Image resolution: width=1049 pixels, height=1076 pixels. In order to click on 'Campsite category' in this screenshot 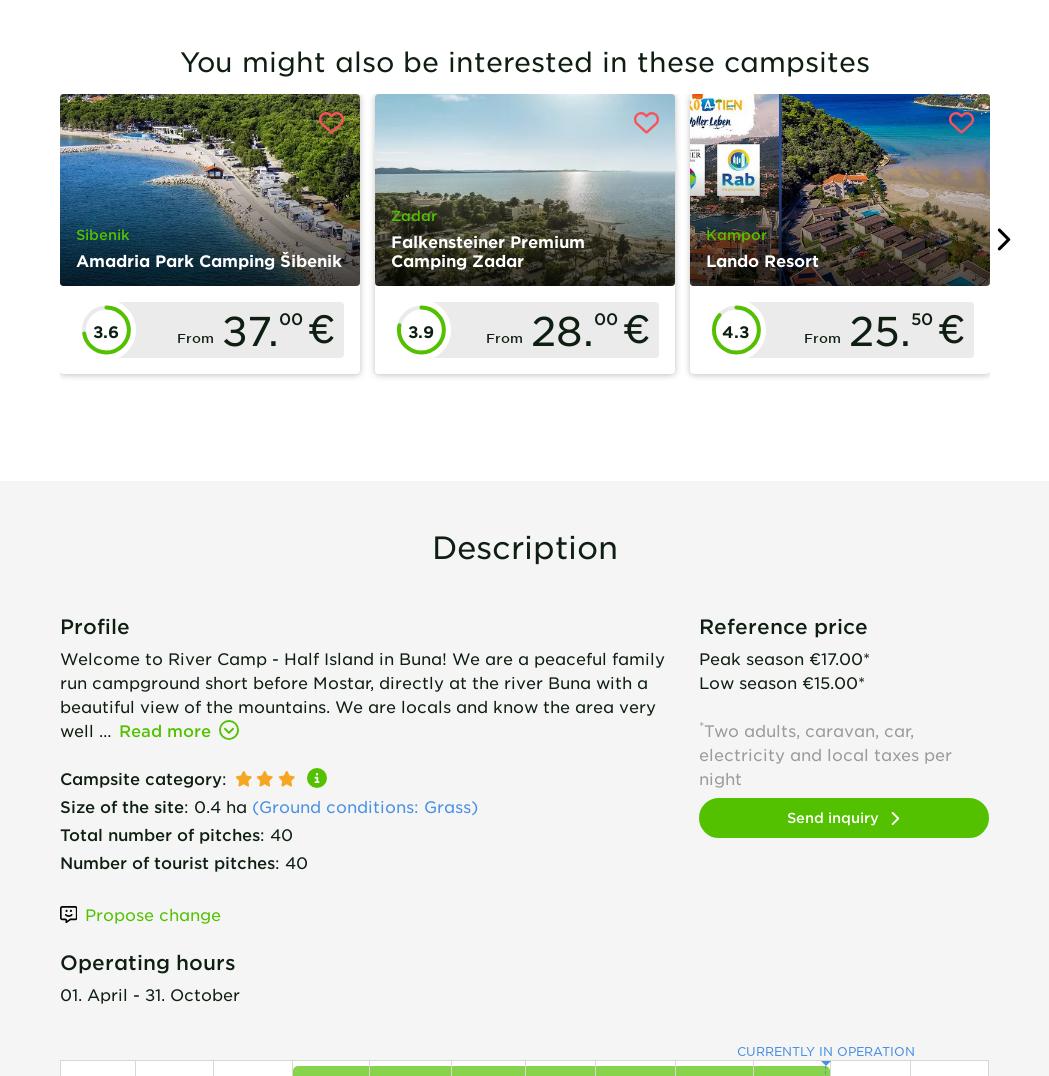, I will do `click(140, 777)`.